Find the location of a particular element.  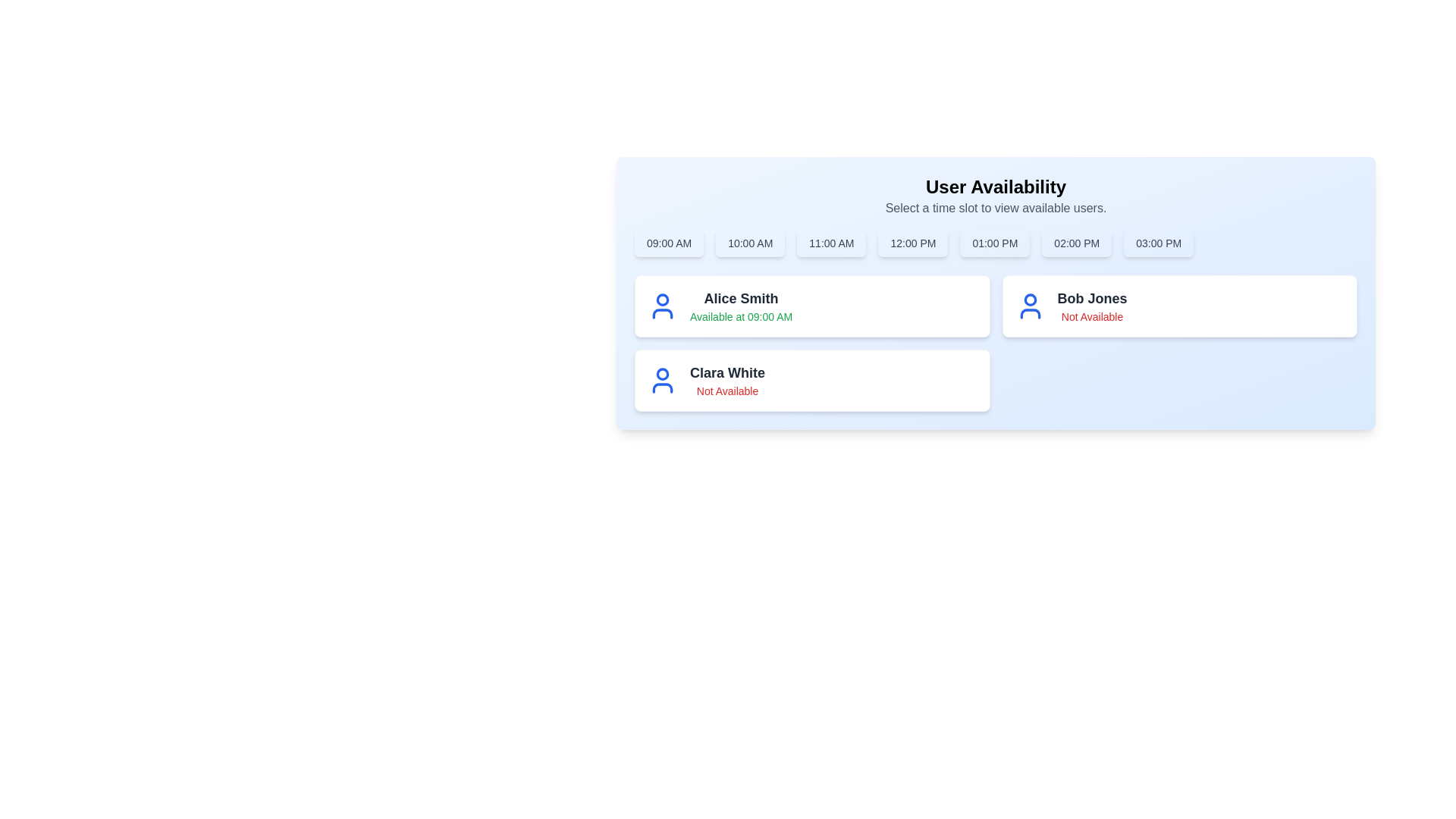

the text label displaying 'Not Available' in red color, which is located below 'Bob Jones' in the user availability list is located at coordinates (1092, 315).